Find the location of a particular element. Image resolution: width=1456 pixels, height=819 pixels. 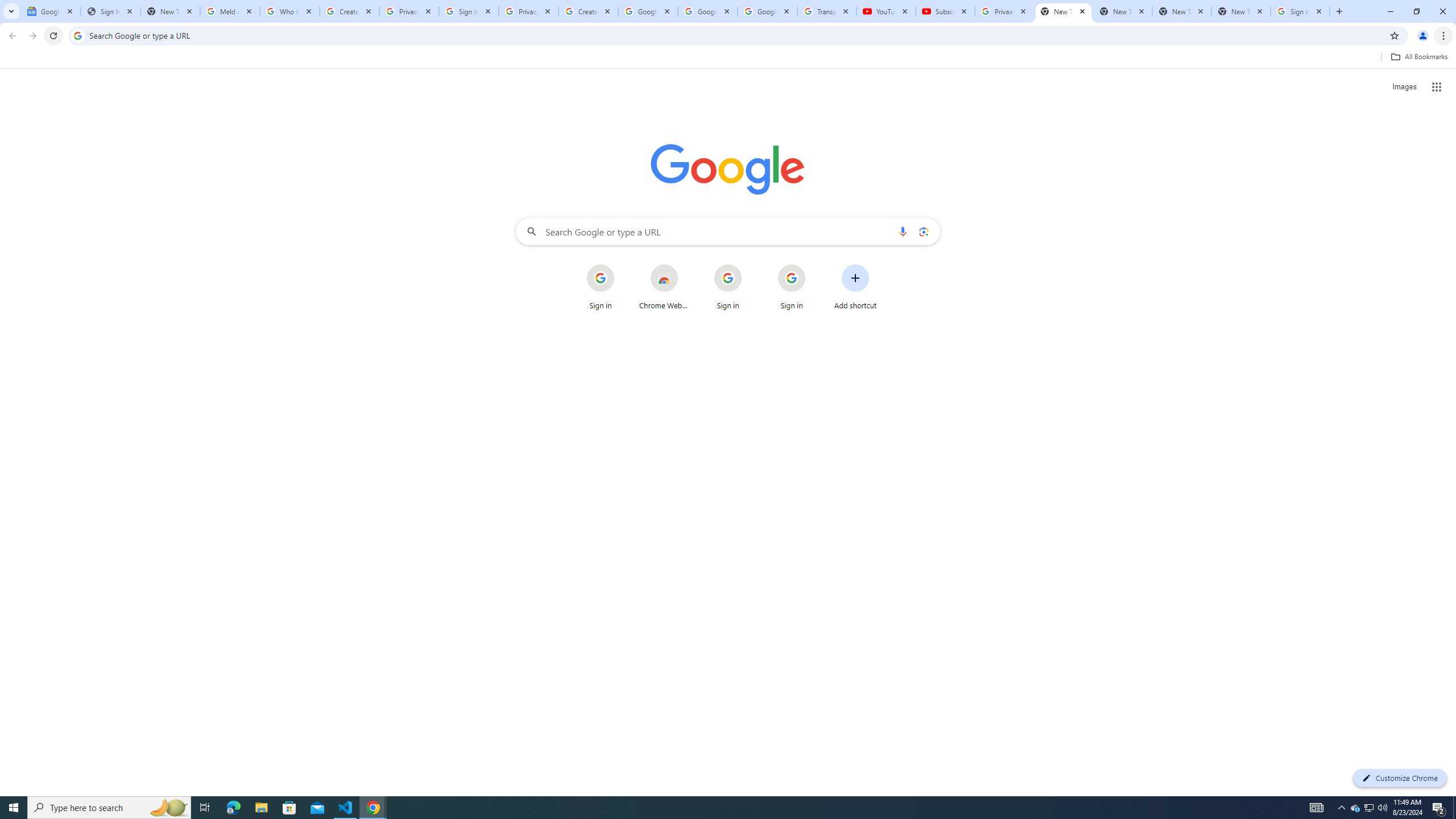

'Google Account' is located at coordinates (767, 11).